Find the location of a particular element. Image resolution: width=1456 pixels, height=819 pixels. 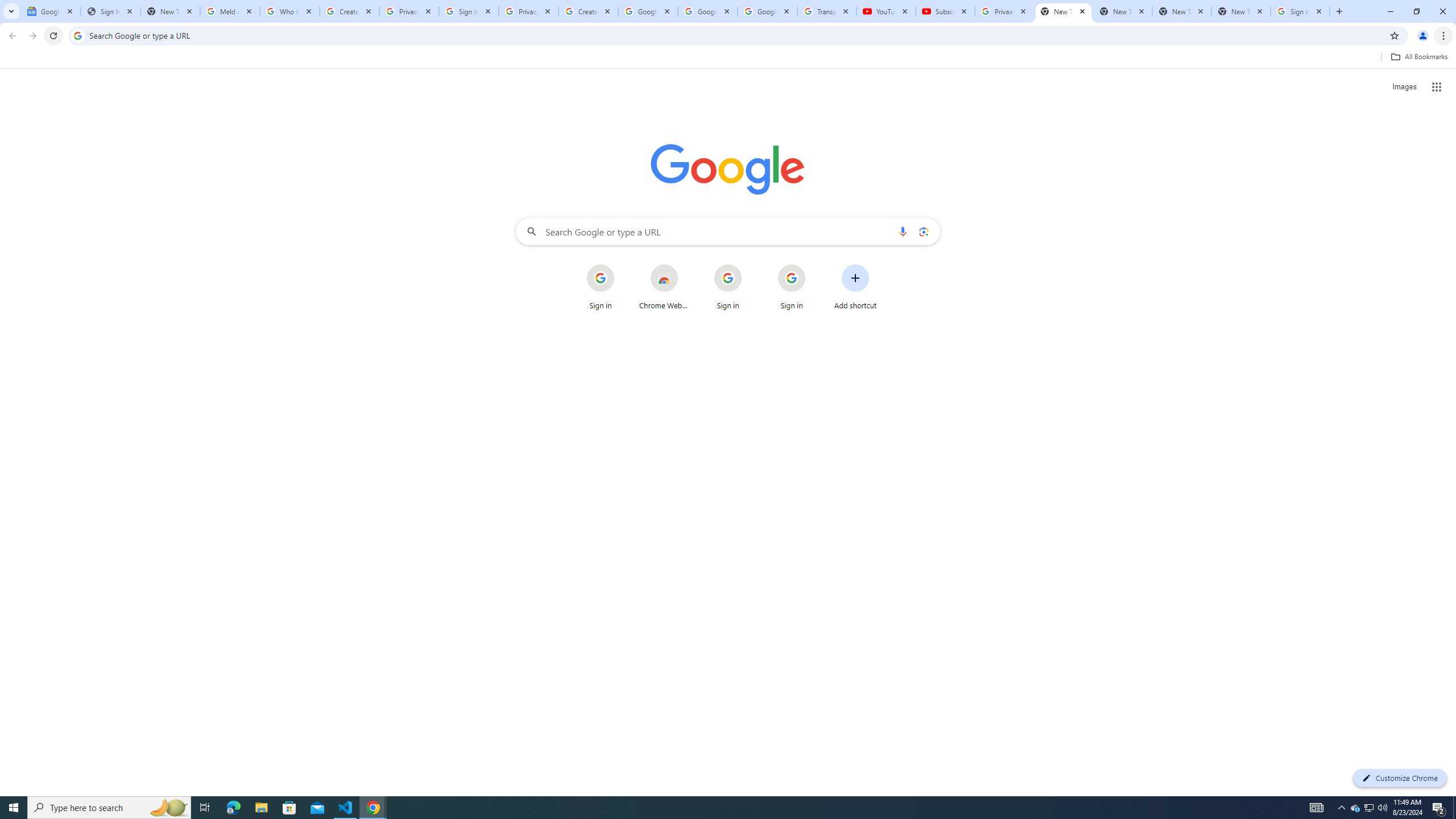

'Google Account' is located at coordinates (767, 11).